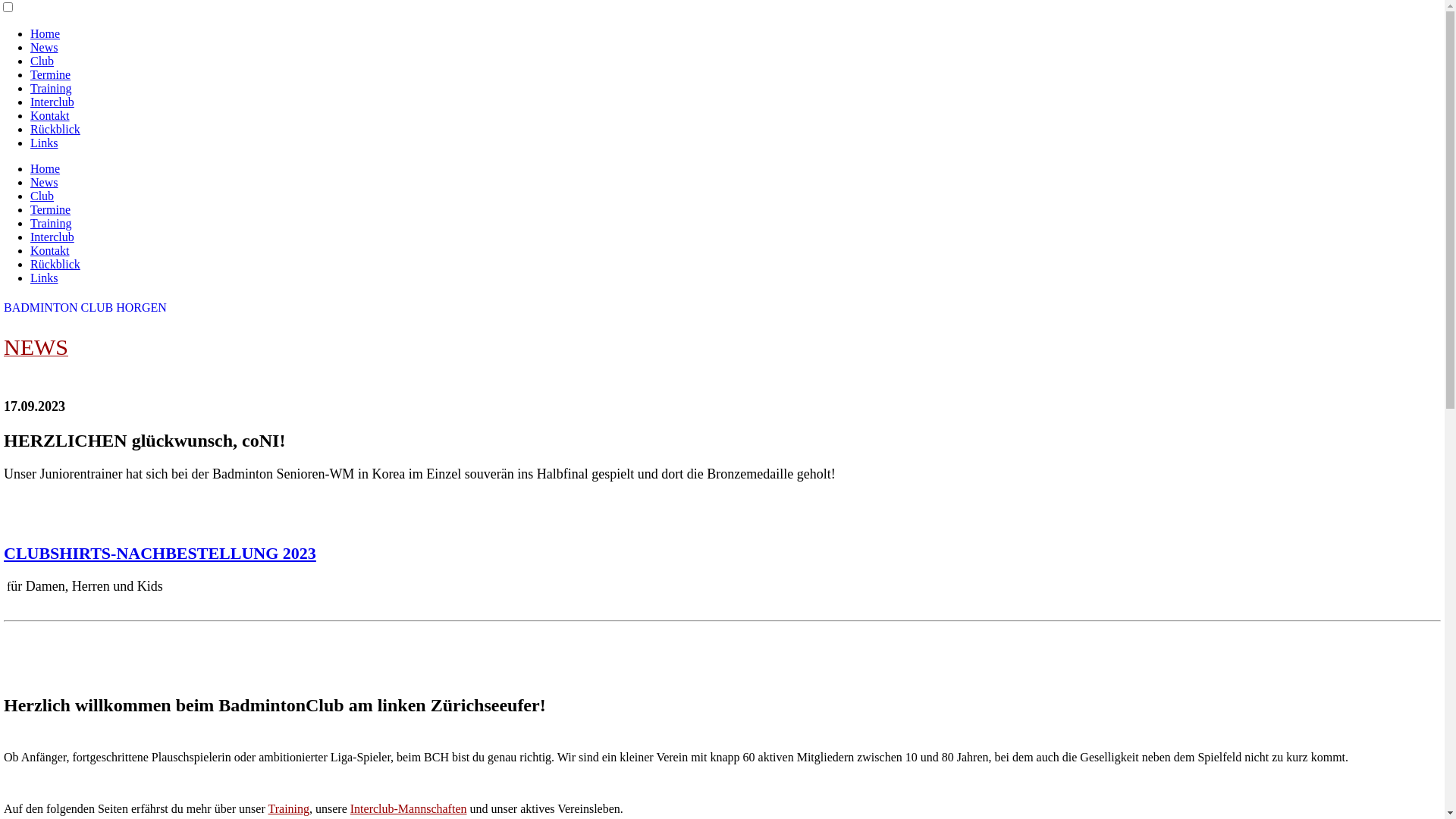 The image size is (1456, 819). Describe the element at coordinates (43, 143) in the screenshot. I see `'Links'` at that location.